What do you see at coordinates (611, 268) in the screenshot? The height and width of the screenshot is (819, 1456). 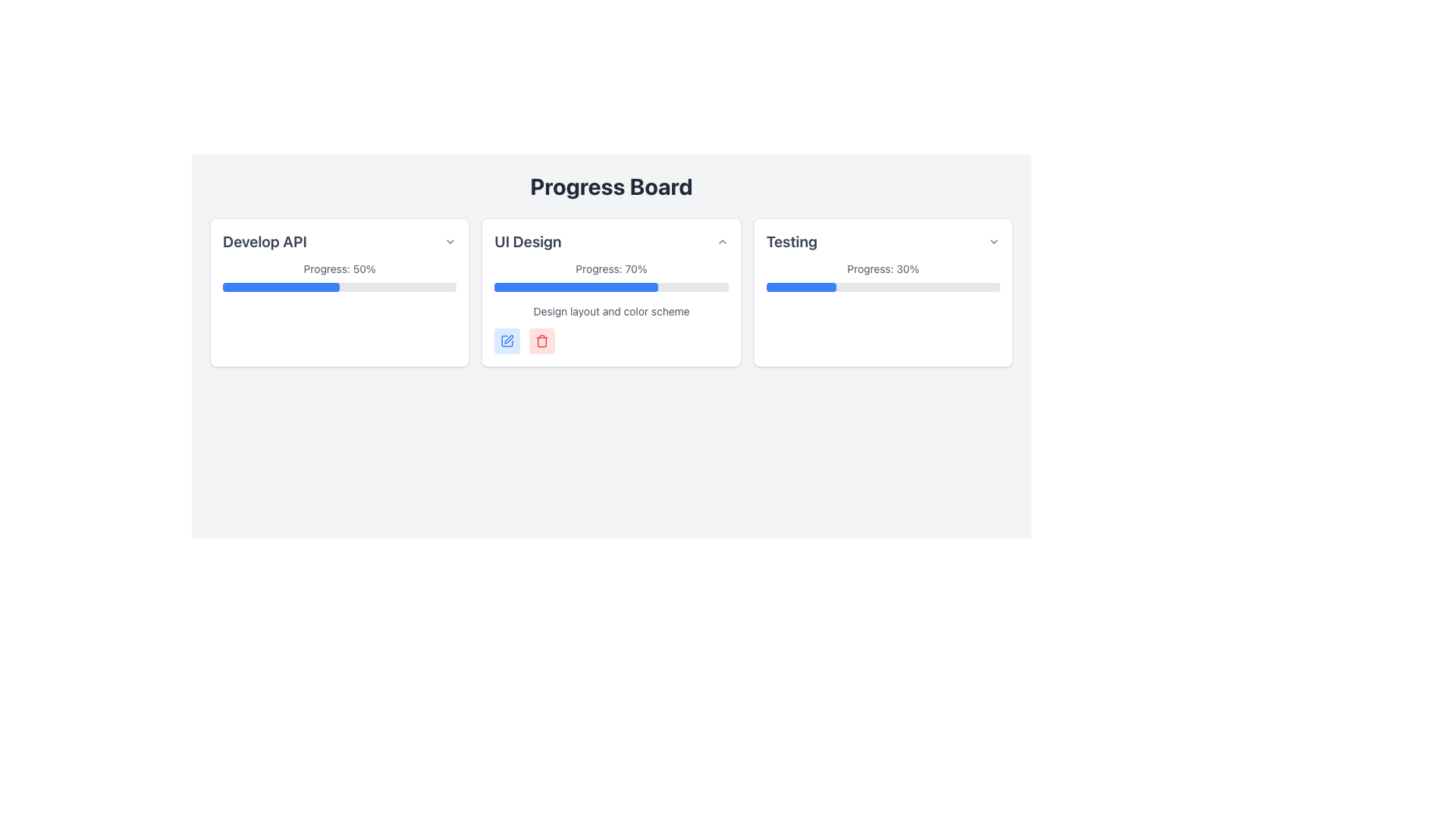 I see `the text label displaying 'Progress: 70%' within the 'UI Design' card to potentially see additional details or tooltips` at bounding box center [611, 268].